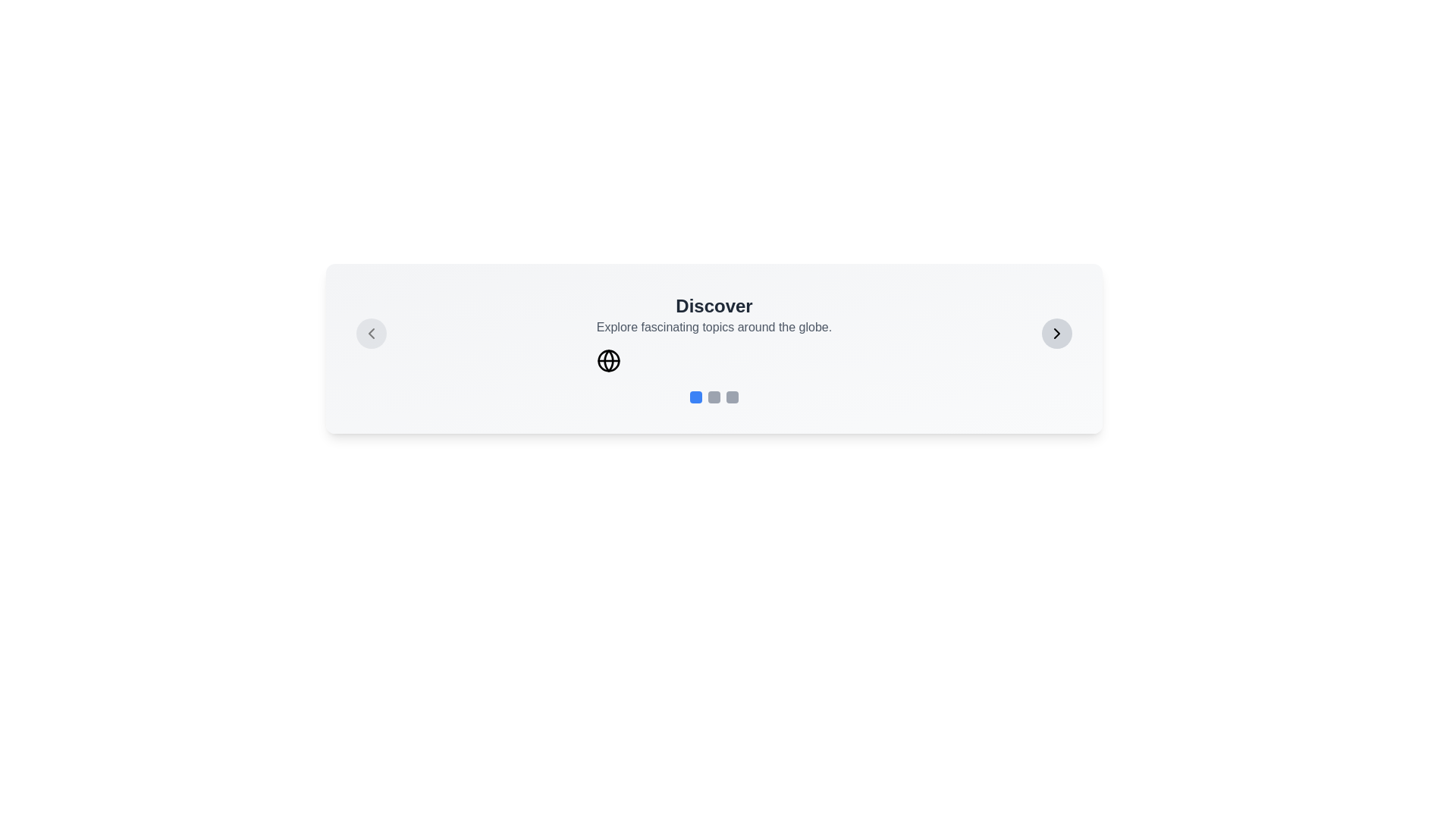 The height and width of the screenshot is (819, 1456). I want to click on the chevron icon located within the circular button on the far-right side of the interface, so click(1056, 332).